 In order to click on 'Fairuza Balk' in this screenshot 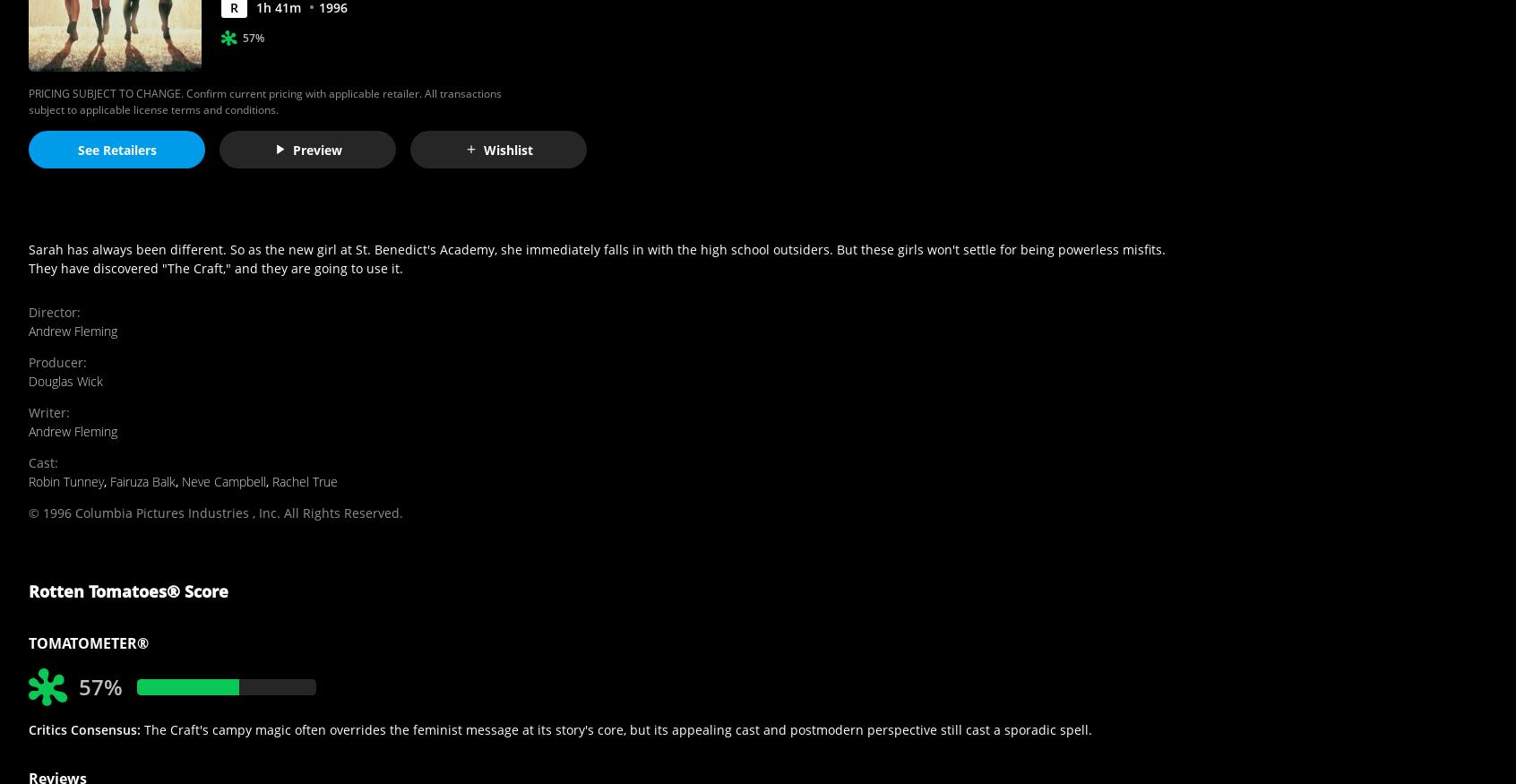, I will do `click(142, 480)`.